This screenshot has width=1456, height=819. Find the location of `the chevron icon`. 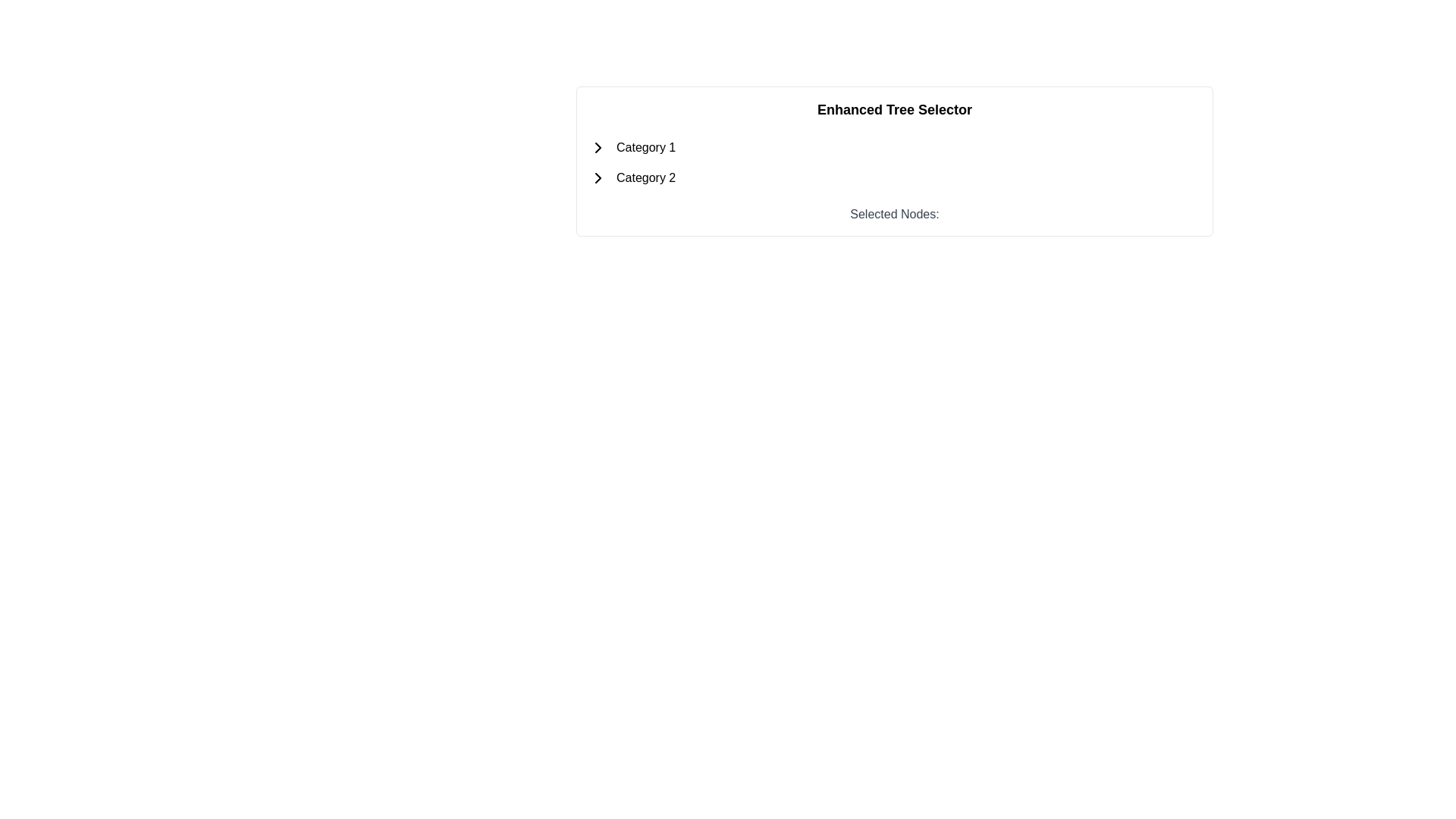

the chevron icon is located at coordinates (597, 177).